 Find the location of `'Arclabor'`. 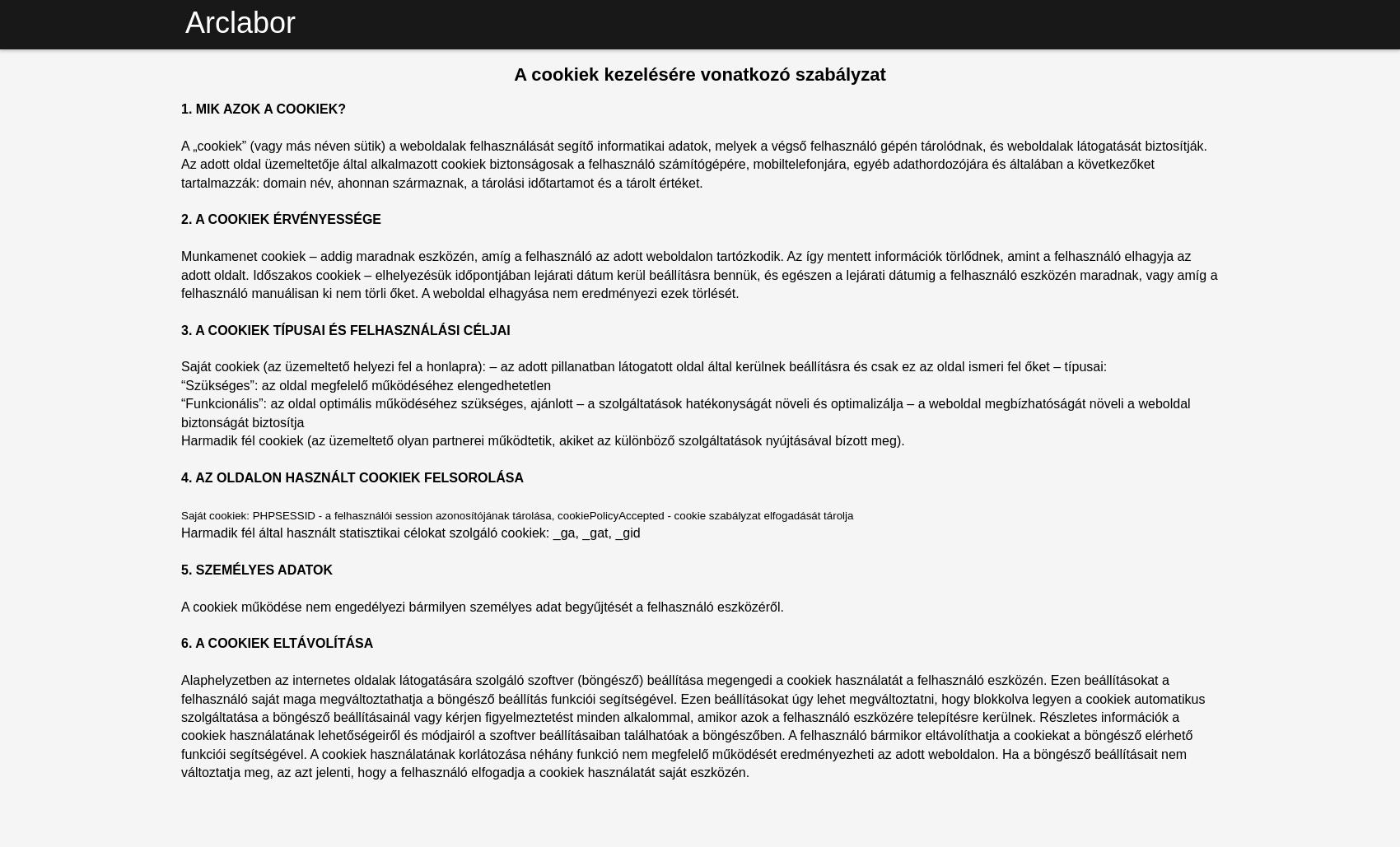

'Arclabor' is located at coordinates (240, 22).